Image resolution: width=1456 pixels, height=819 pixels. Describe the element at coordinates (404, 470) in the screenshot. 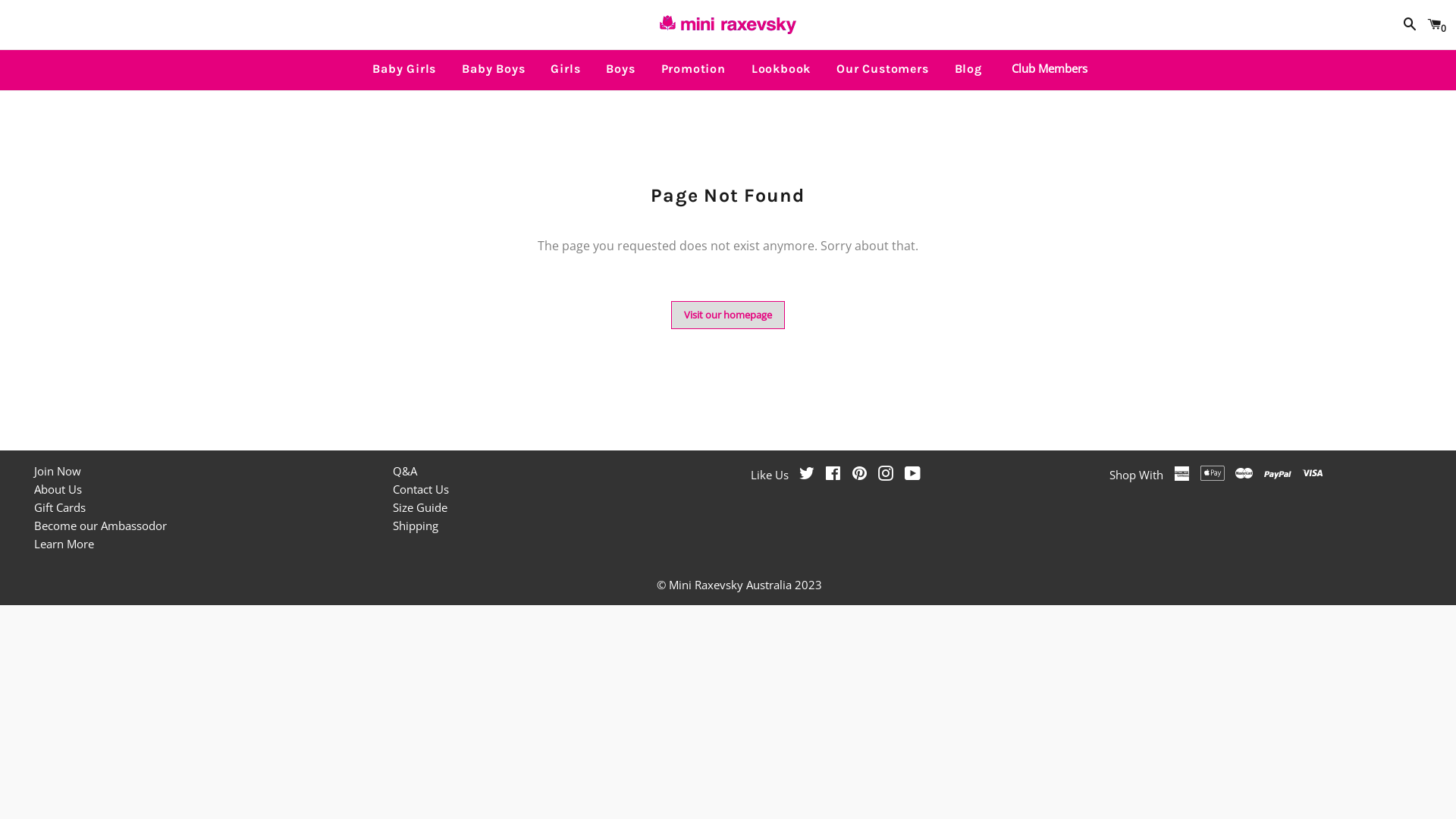

I see `'Q&A'` at that location.